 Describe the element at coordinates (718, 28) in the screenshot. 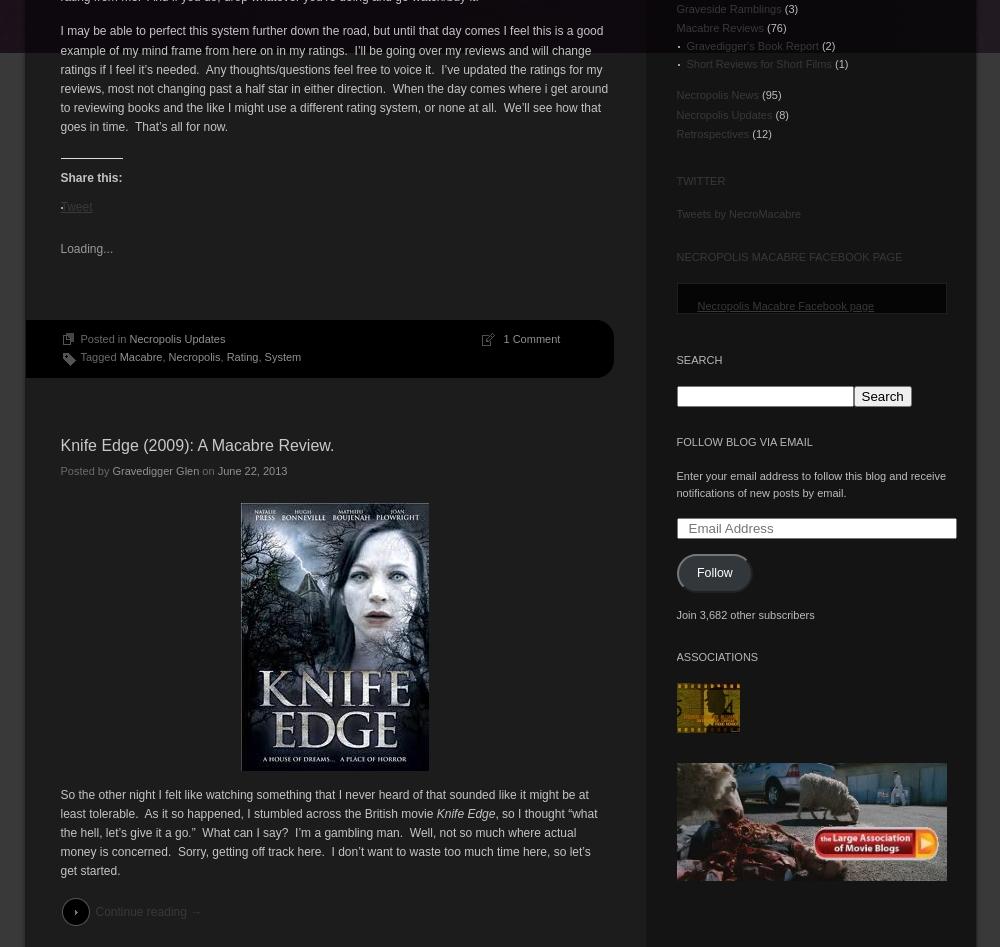

I see `'Macabre Reviews'` at that location.